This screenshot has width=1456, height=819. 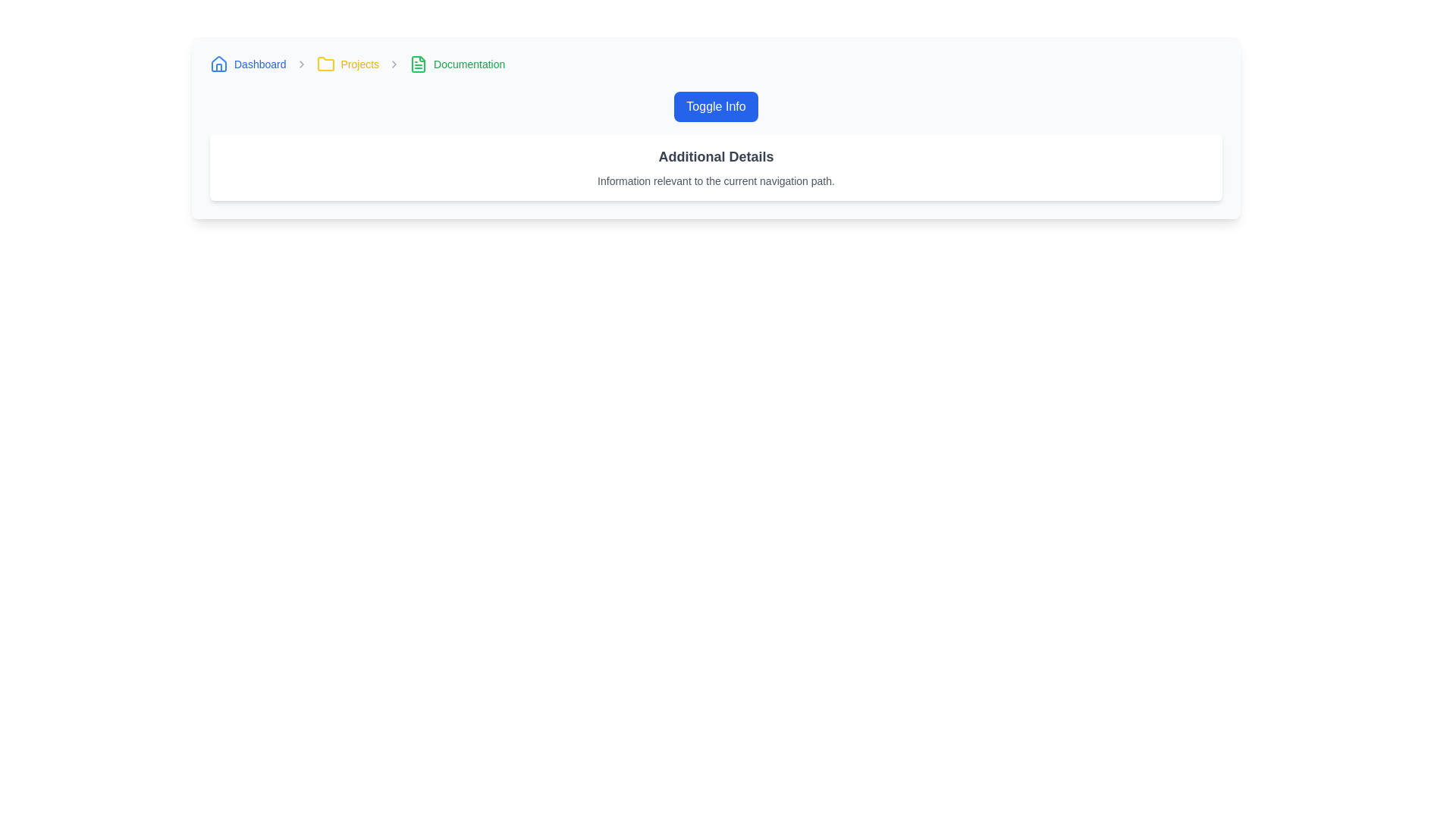 What do you see at coordinates (325, 63) in the screenshot?
I see `the 'Projects' icon in the breadcrumb navigation bar, which is positioned directly to the left of the clickable text 'Projects'` at bounding box center [325, 63].